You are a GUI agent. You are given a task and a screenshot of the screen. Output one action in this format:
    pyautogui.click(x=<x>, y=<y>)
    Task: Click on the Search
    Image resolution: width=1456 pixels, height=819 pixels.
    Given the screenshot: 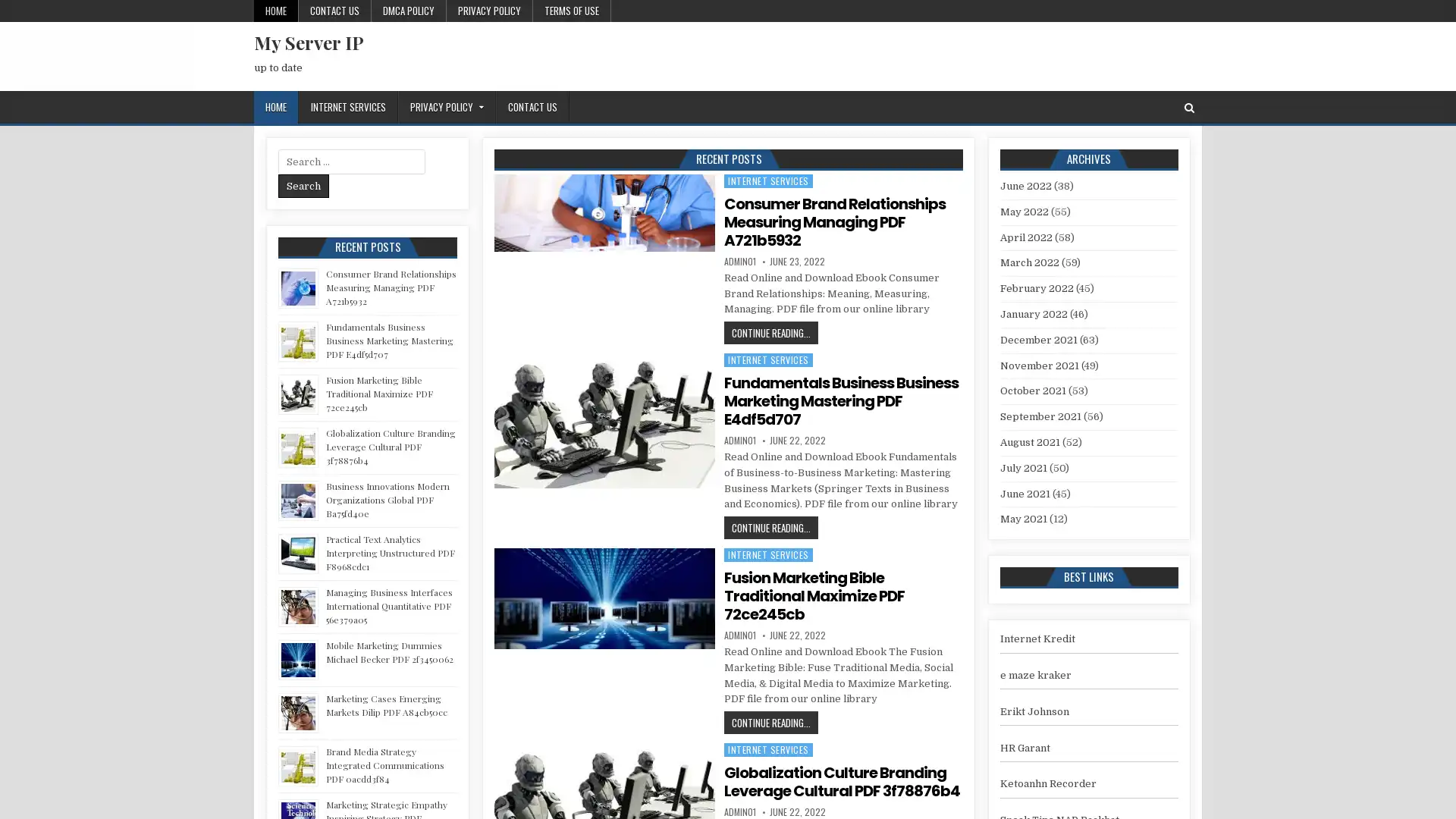 What is the action you would take?
    pyautogui.click(x=303, y=185)
    